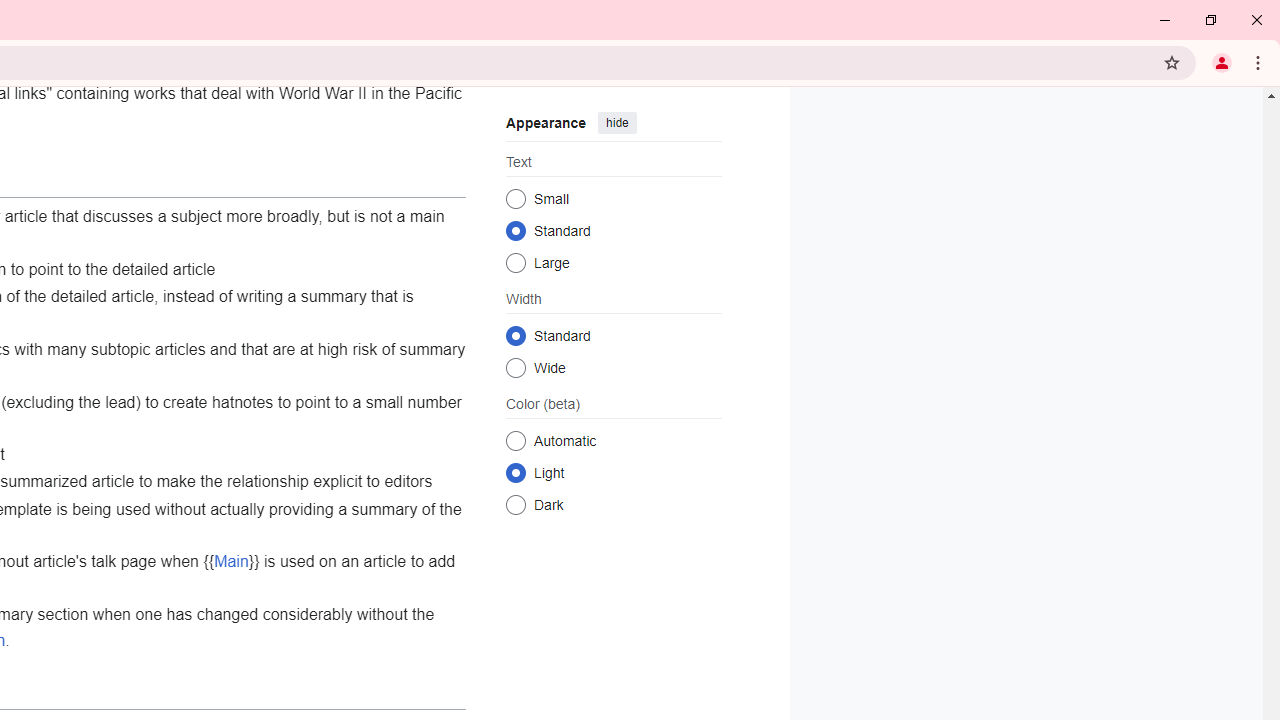 This screenshot has width=1280, height=720. I want to click on 'Light', so click(515, 472).